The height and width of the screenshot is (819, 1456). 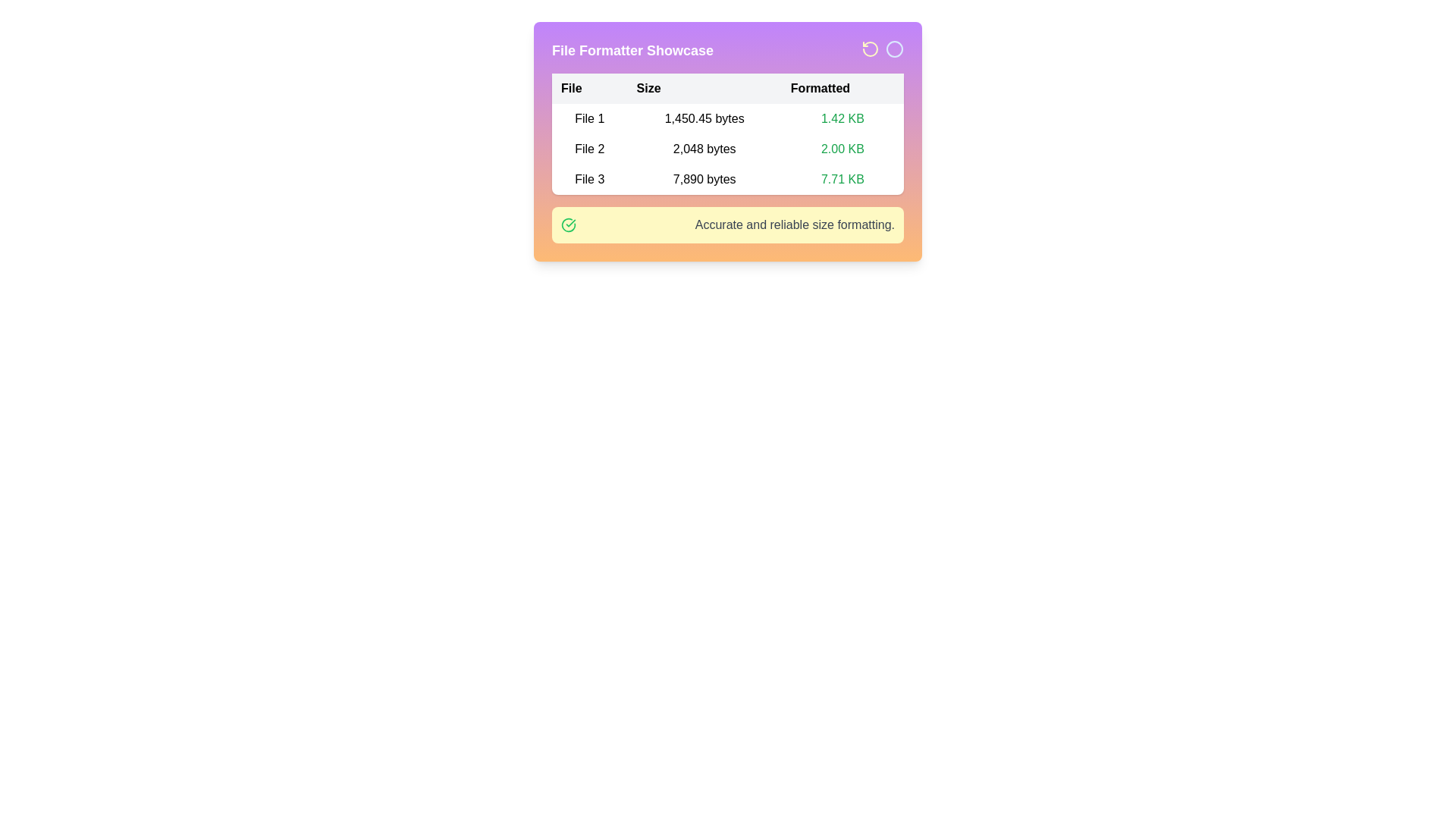 I want to click on the reset icon located in the top-right corner of the interface, which is the first icon in a group of icons adjacent to a circular icon, so click(x=870, y=49).